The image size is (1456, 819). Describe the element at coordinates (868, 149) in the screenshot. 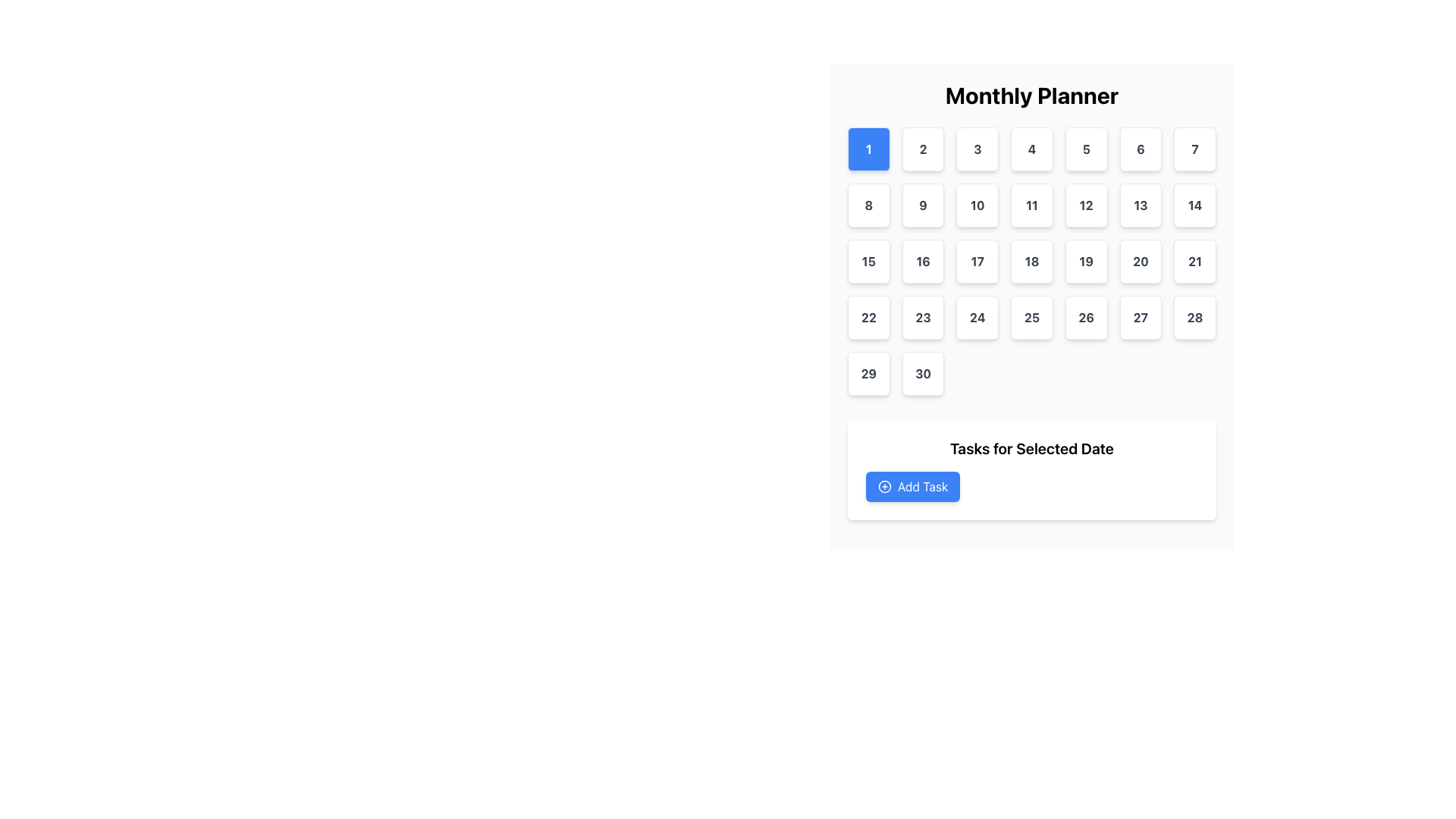

I see `the button representing the selectable option for the number '1' in the calendar grid layout for interactive feedback` at that location.